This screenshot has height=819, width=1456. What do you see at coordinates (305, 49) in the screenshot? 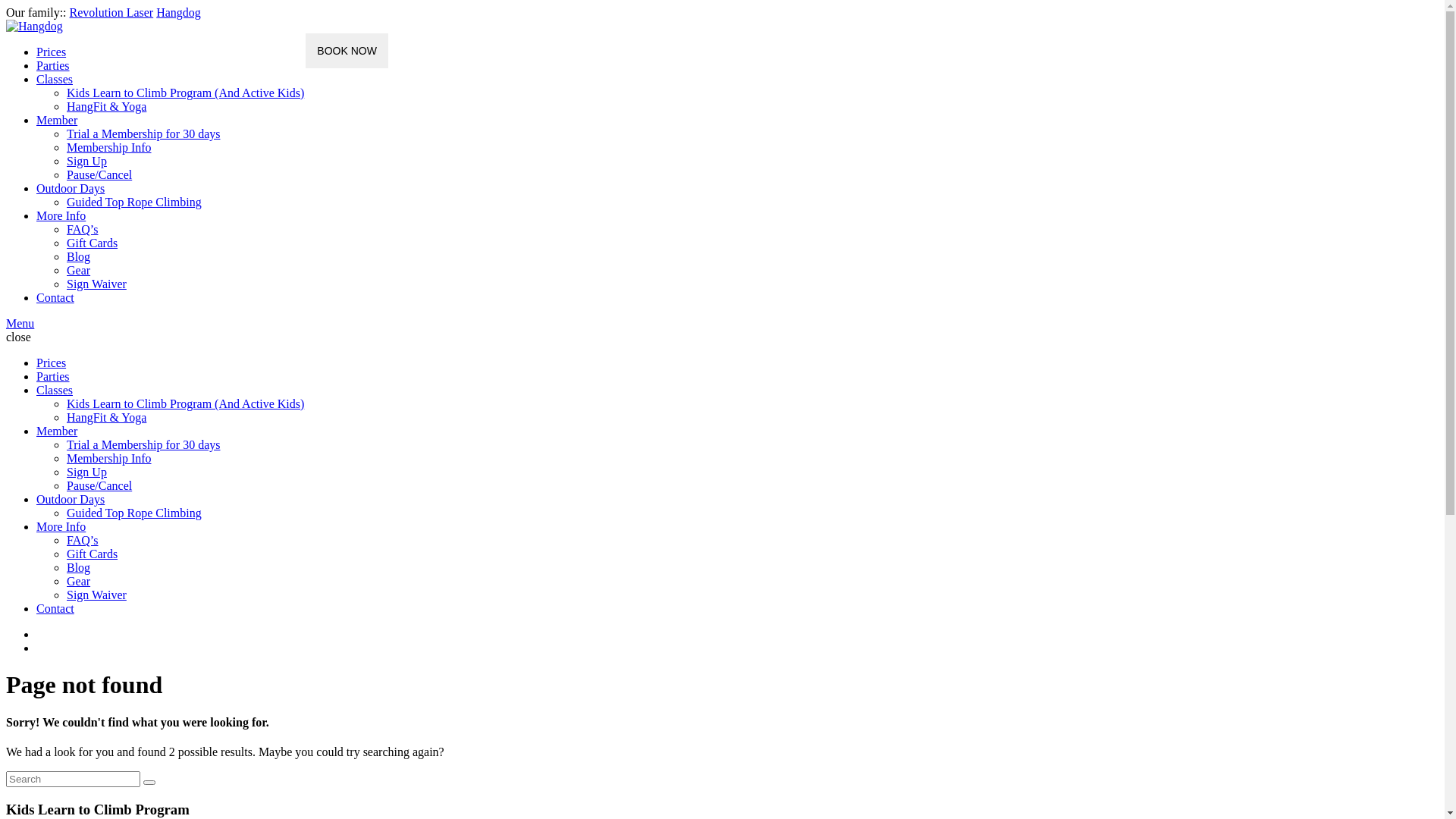
I see `'BOOK NOW'` at bounding box center [305, 49].